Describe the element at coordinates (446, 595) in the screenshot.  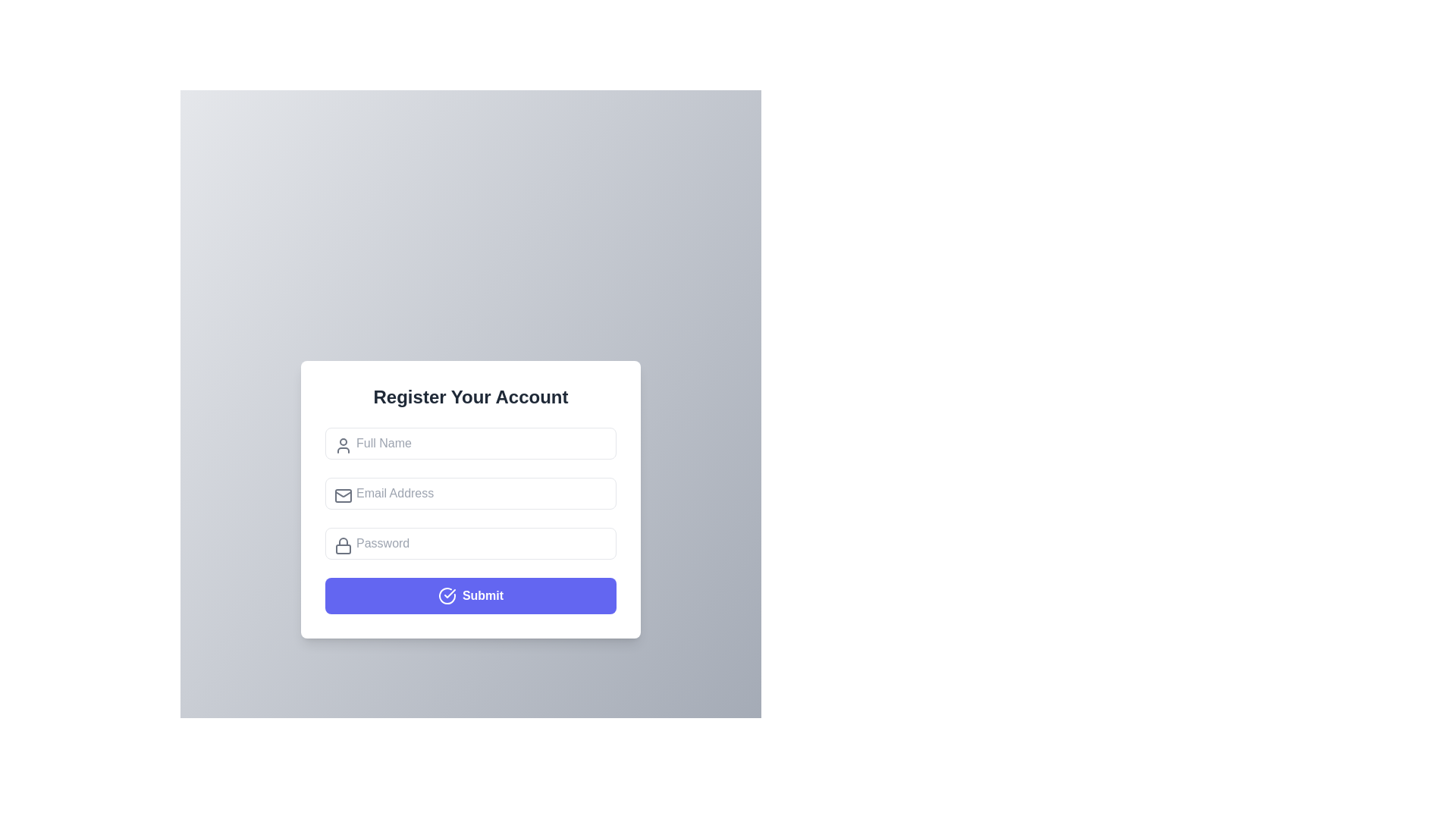
I see `the icon located to the left of the 'Submit' text within the blue button at the bottom of the registration form, indicating its interactive status` at that location.